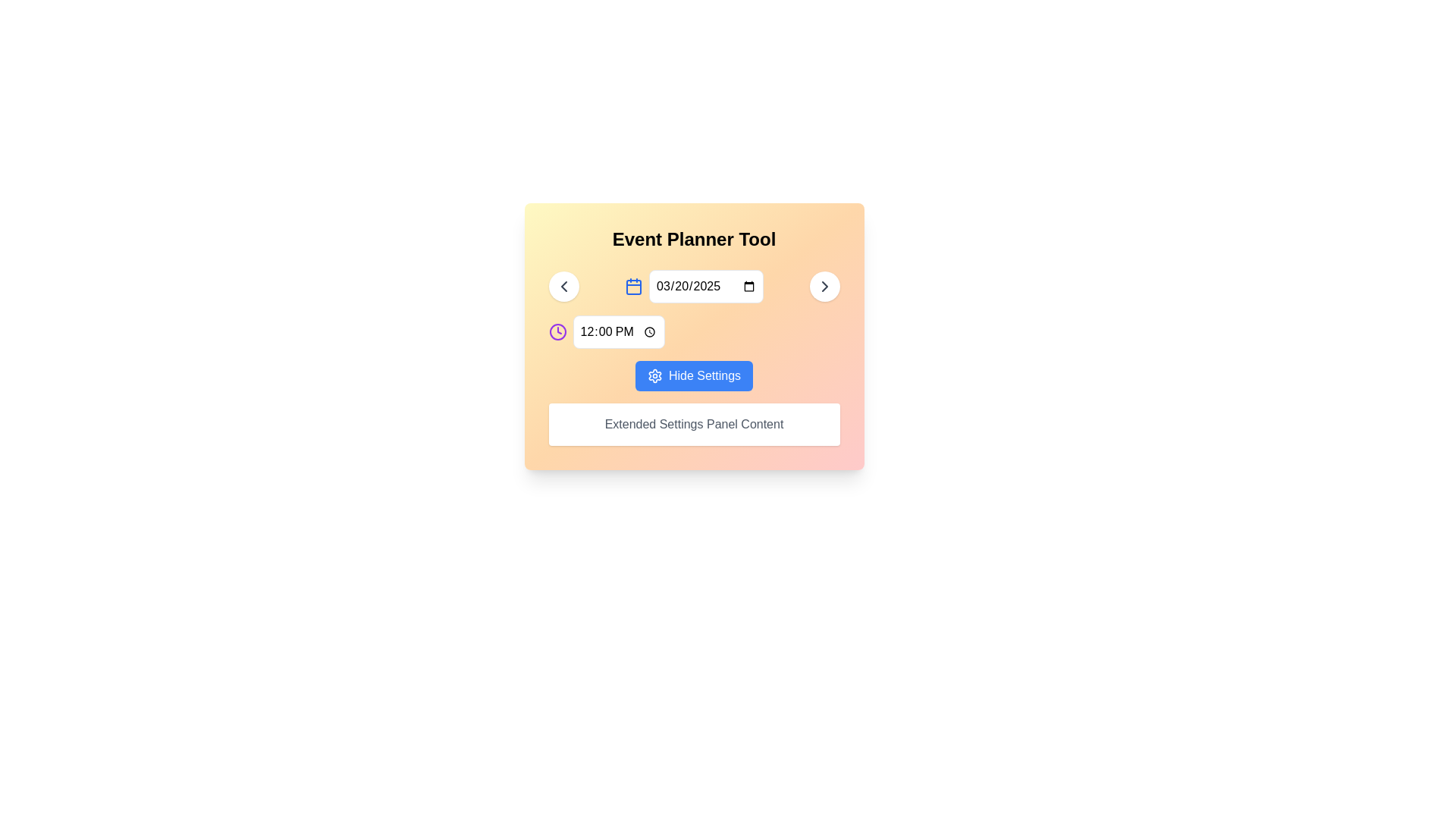 This screenshot has height=819, width=1456. Describe the element at coordinates (824, 287) in the screenshot. I see `the rightwards-pointing arrow icon in the 'Event Planner Tool' panel to trigger a tooltip` at that location.